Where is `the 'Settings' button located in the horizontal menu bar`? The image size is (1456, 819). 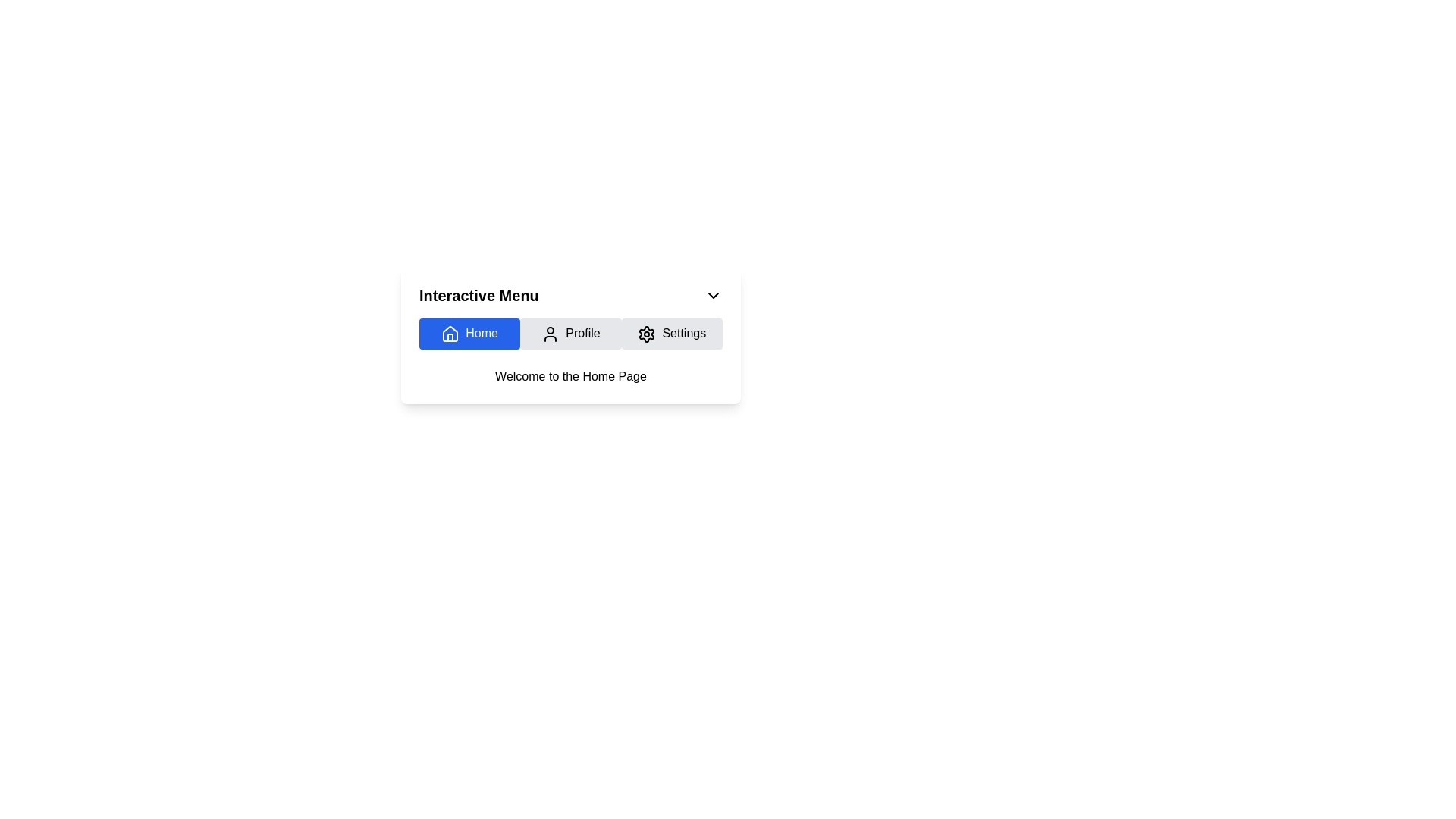
the 'Settings' button located in the horizontal menu bar is located at coordinates (671, 333).